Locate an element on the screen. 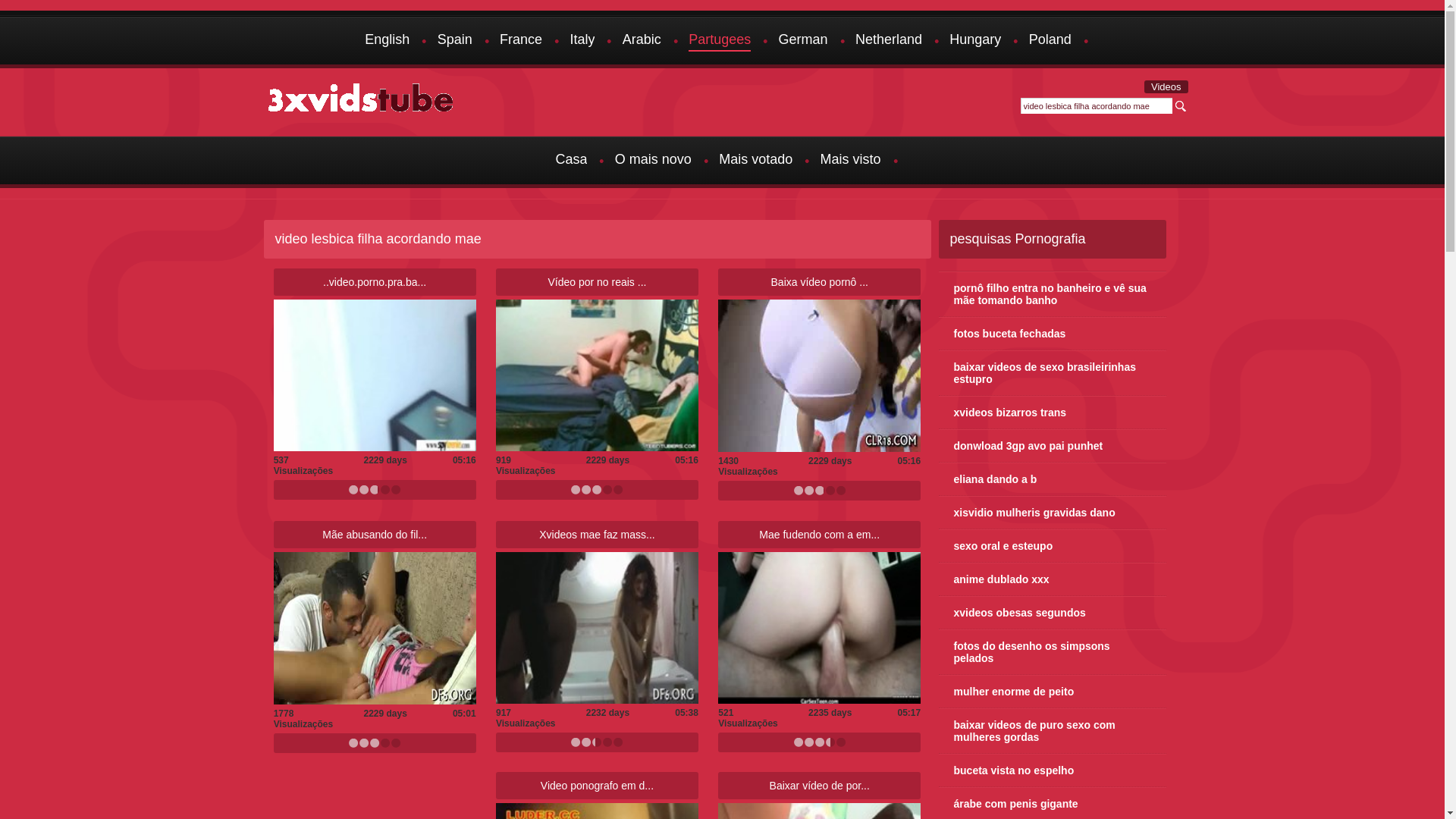 This screenshot has height=819, width=1456. 'baixar videos de puro sexo com mulheres gordas' is located at coordinates (1051, 730).